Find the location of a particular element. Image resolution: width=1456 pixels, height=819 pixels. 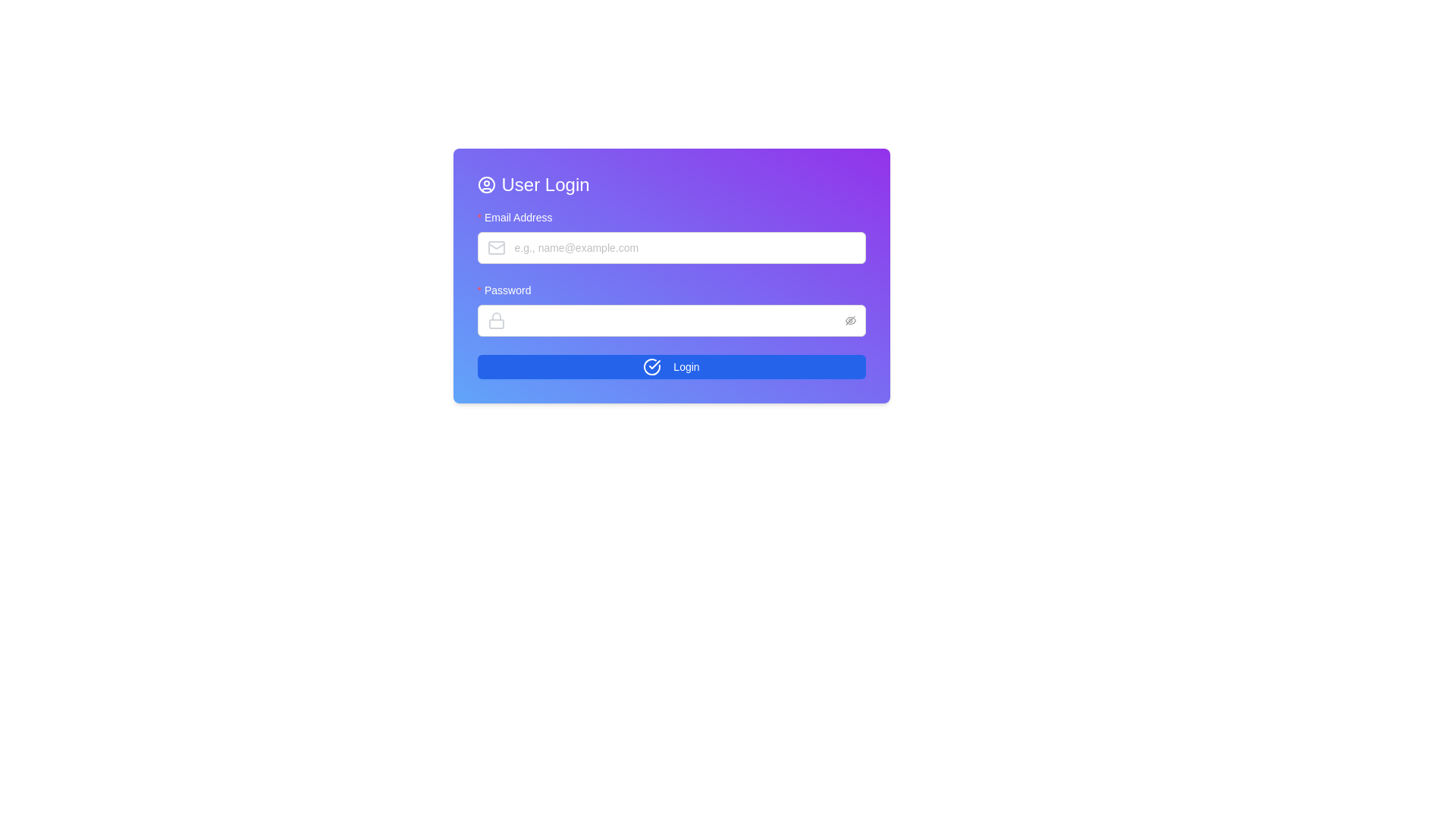

the SVG icon representing a user profile located to the left of the 'User Login' text section is located at coordinates (486, 184).